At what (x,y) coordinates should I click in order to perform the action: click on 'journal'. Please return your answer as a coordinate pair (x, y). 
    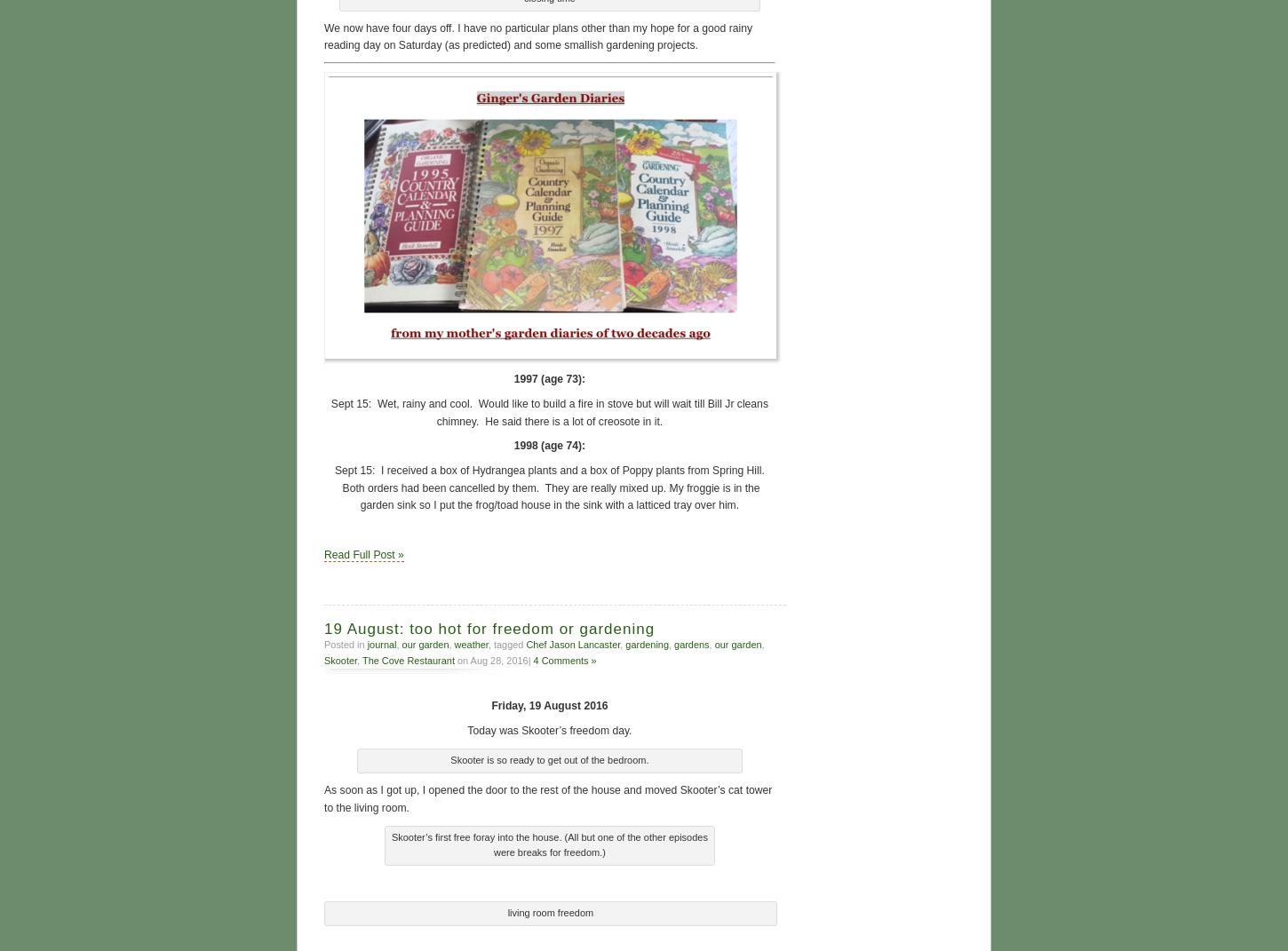
    Looking at the image, I should click on (380, 642).